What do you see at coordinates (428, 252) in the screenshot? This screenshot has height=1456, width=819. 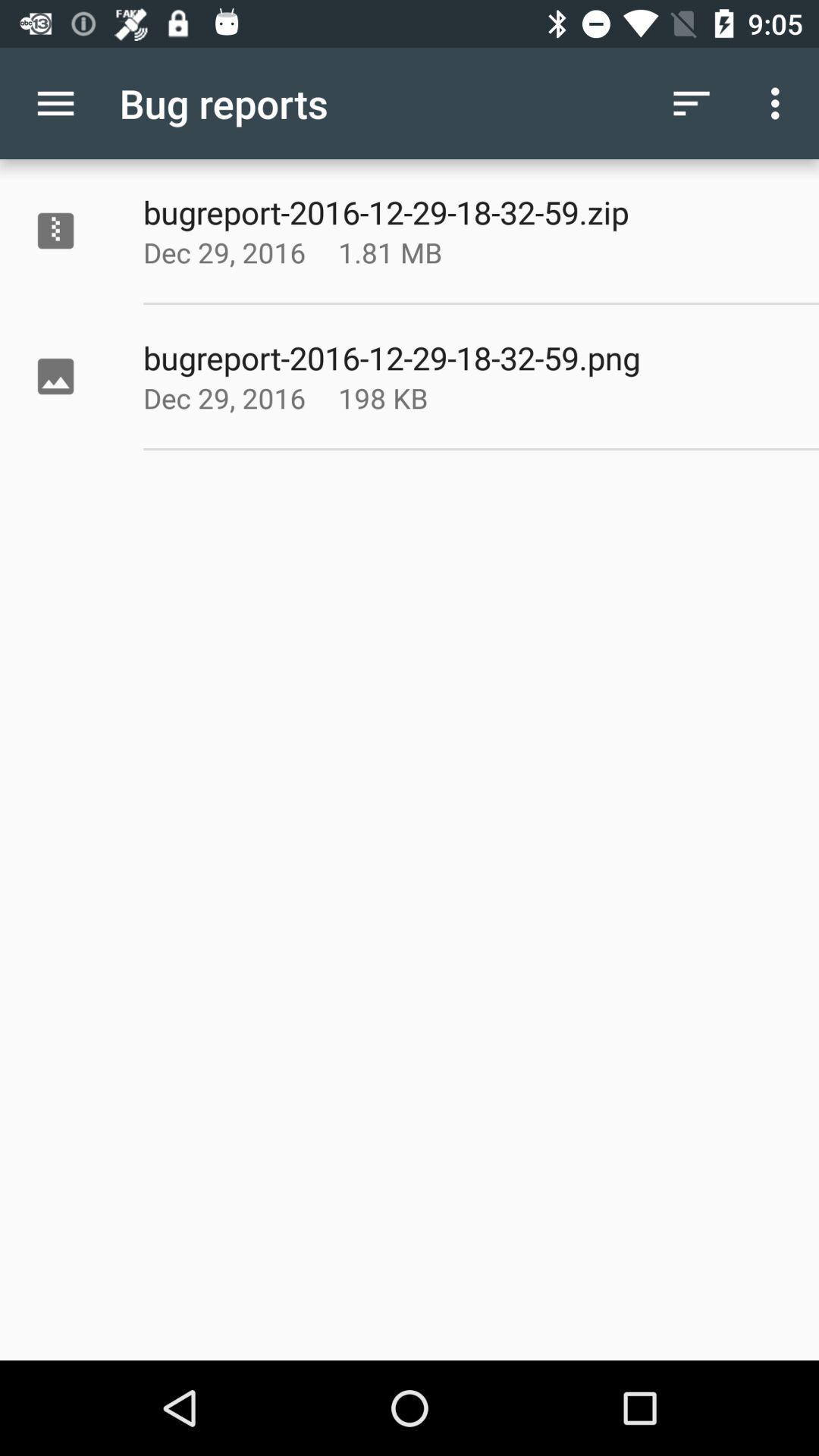 I see `1.81 mb item` at bounding box center [428, 252].